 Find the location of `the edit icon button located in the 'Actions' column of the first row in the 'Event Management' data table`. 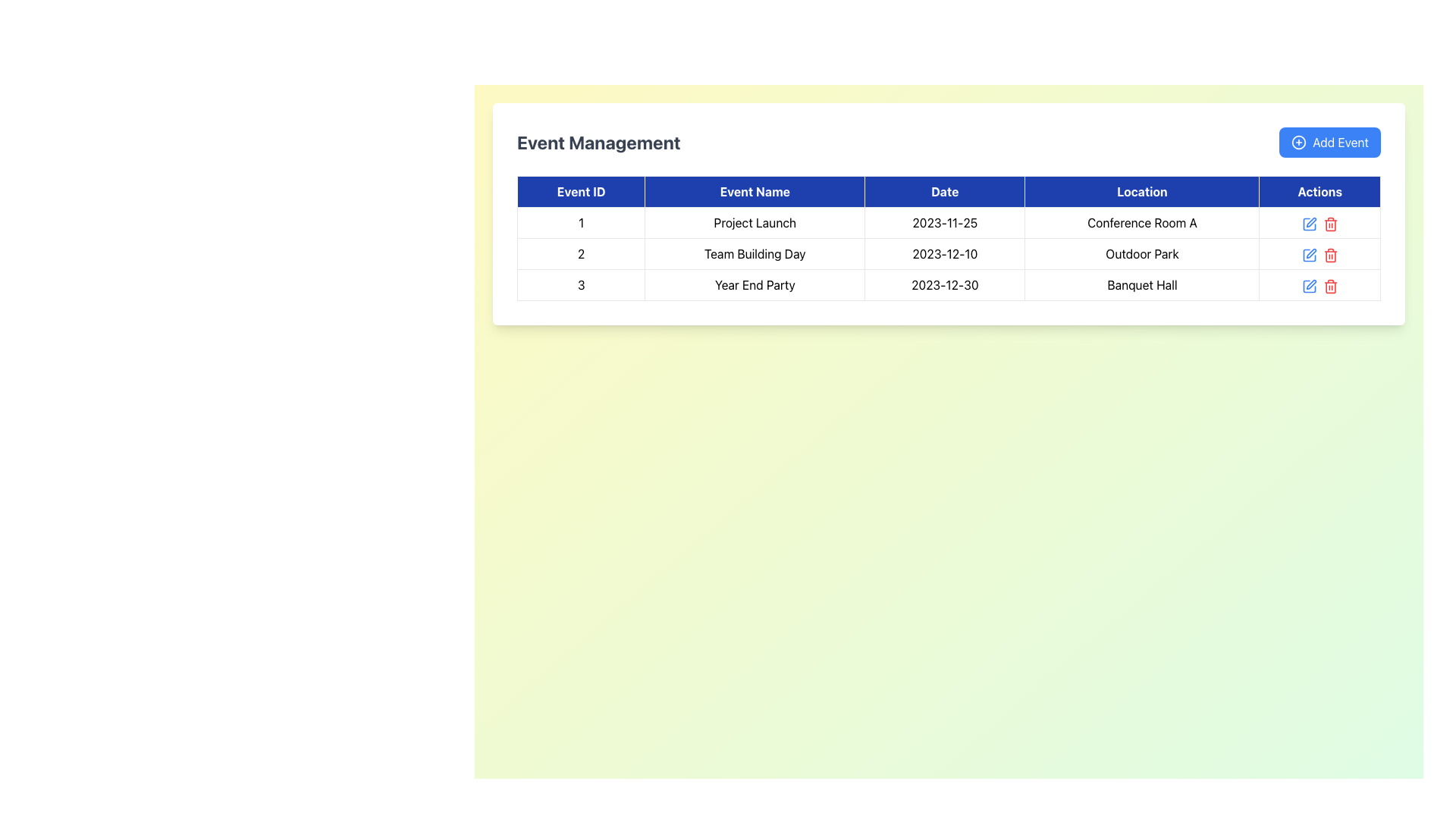

the edit icon button located in the 'Actions' column of the first row in the 'Event Management' data table is located at coordinates (1308, 224).